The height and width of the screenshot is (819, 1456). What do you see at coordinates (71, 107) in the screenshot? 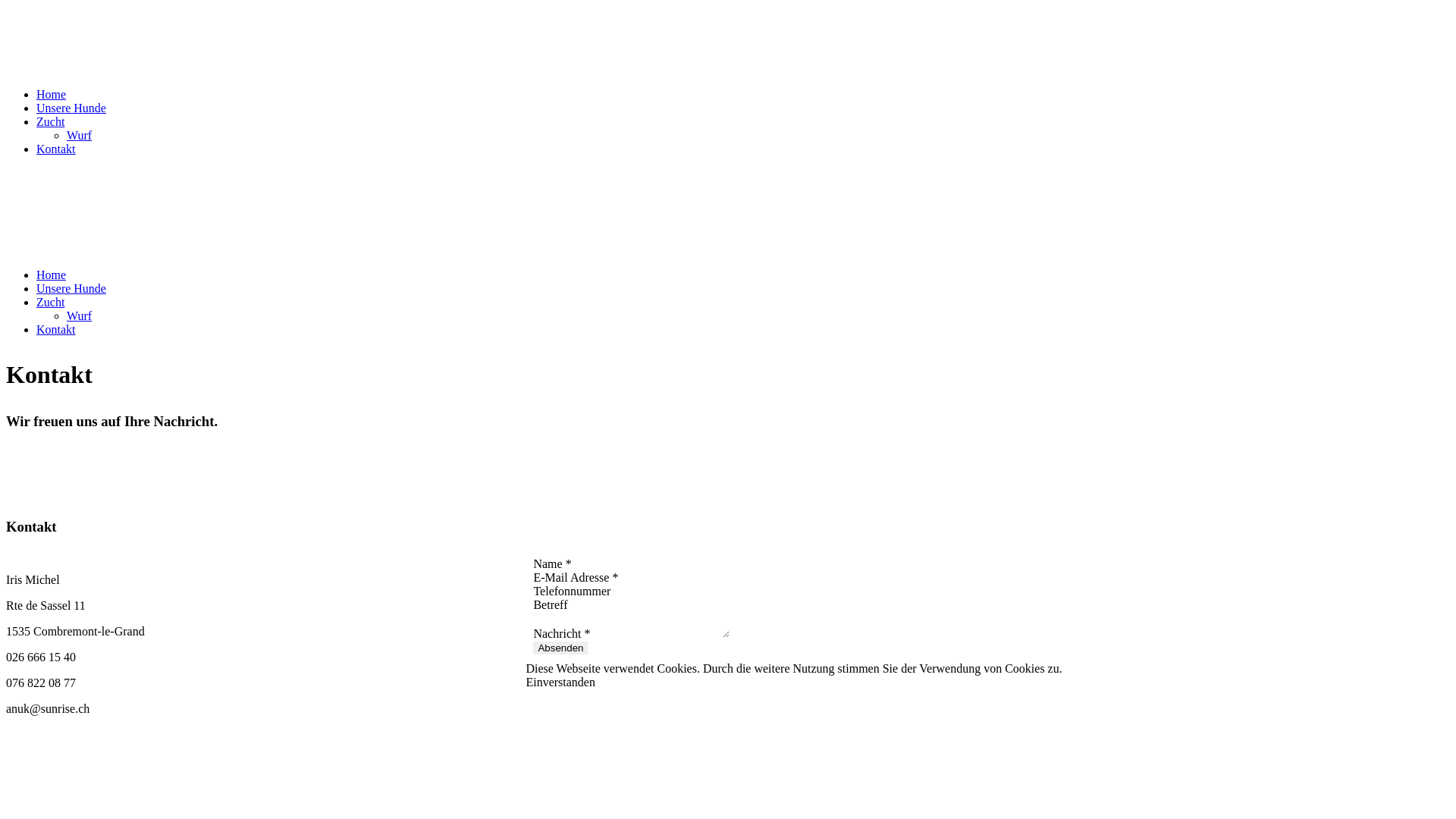
I see `'Unsere Hunde'` at bounding box center [71, 107].